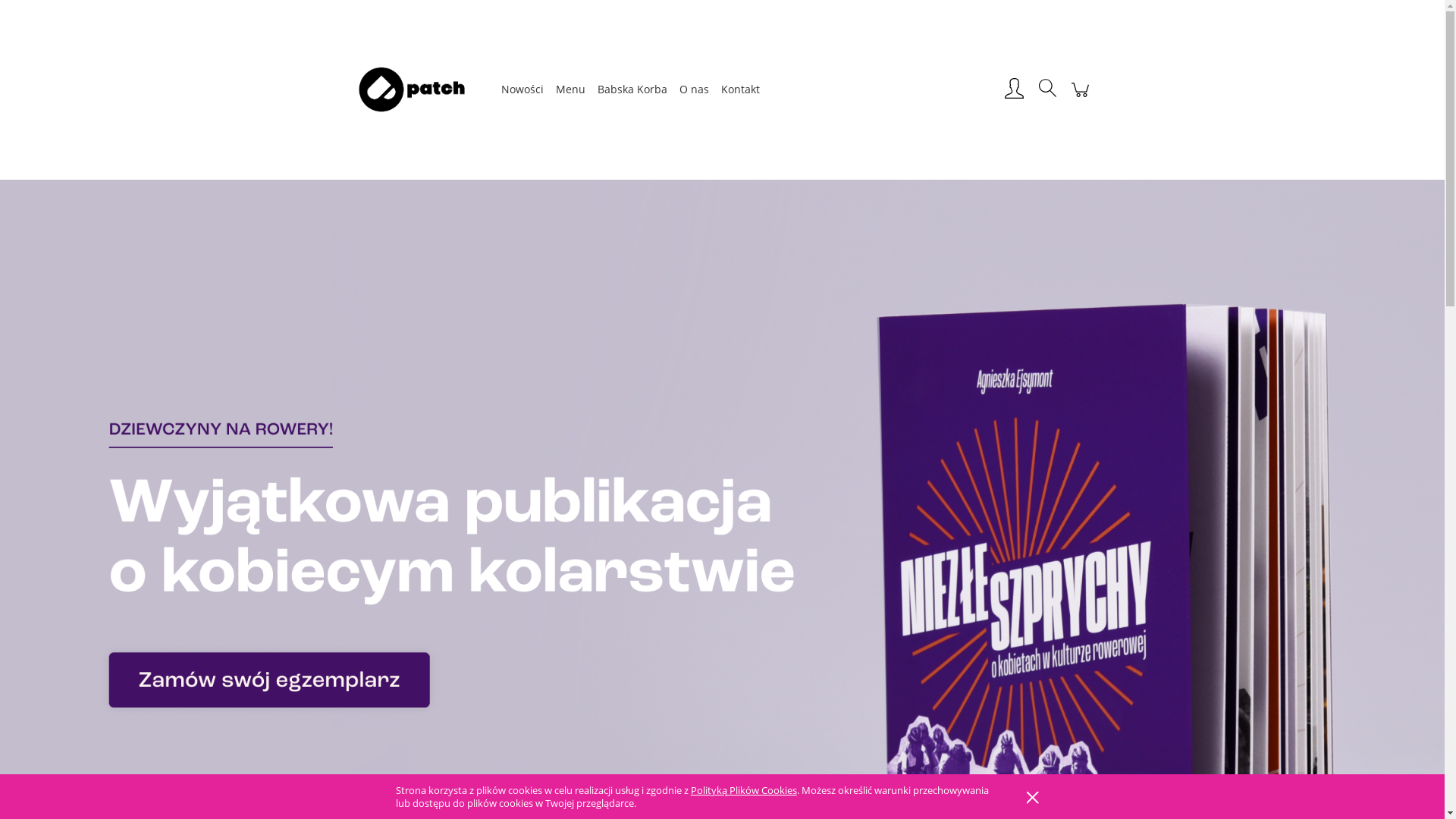 This screenshot has height=819, width=1456. I want to click on 'Kontakt', so click(713, 89).